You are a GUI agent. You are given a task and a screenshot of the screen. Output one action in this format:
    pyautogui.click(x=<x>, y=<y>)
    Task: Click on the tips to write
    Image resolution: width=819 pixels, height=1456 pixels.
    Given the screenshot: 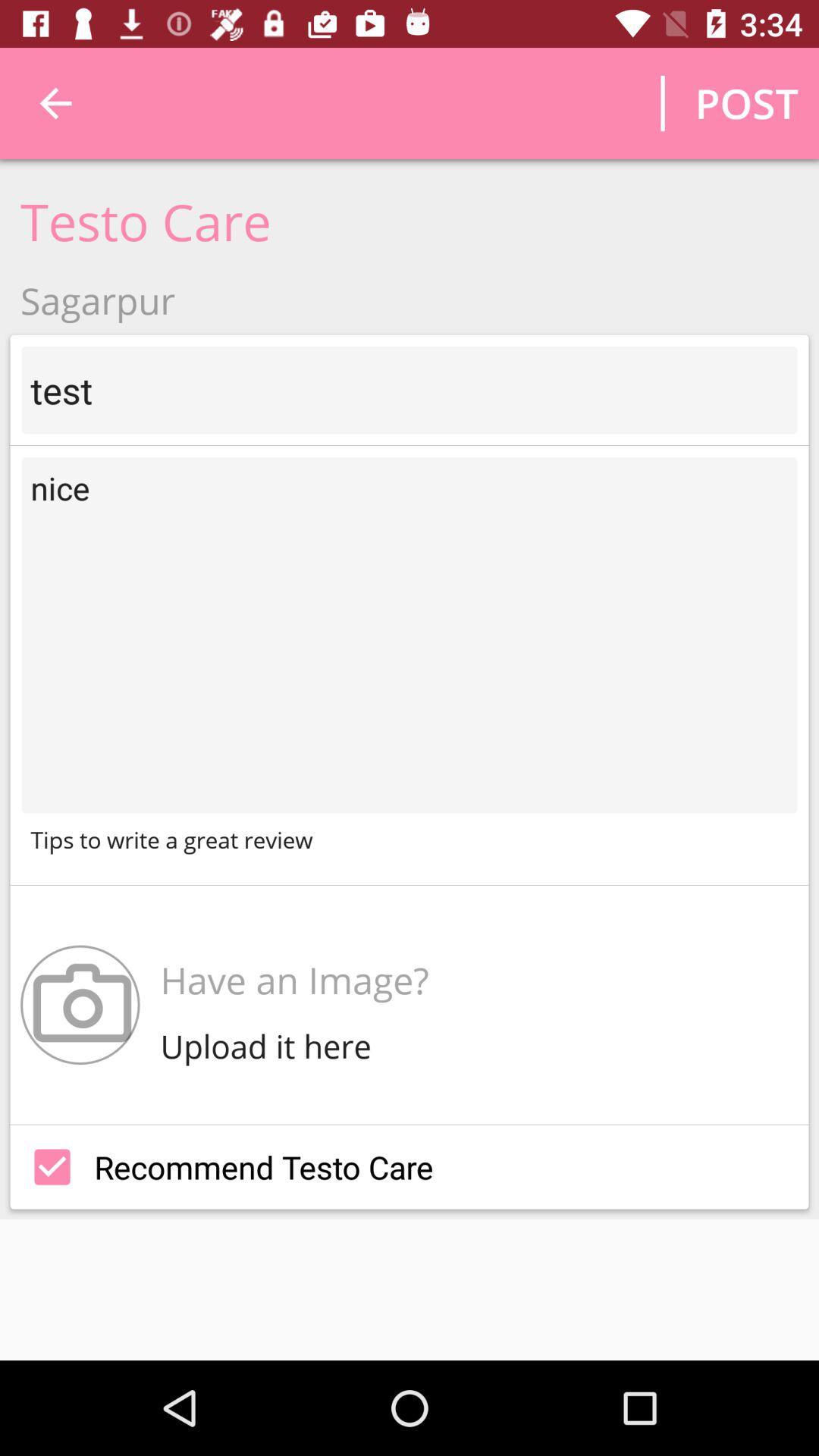 What is the action you would take?
    pyautogui.click(x=409, y=839)
    